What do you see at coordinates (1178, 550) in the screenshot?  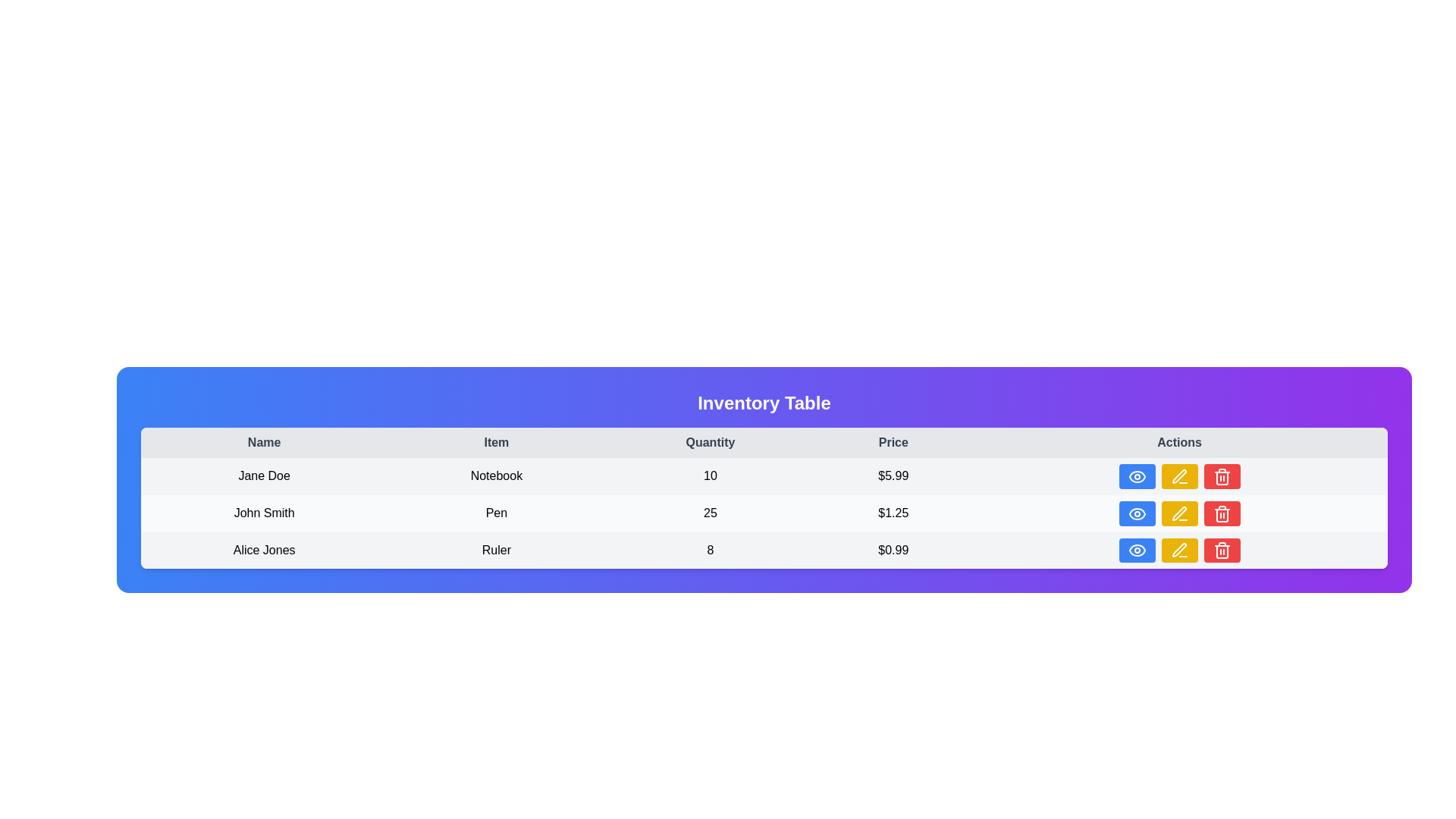 I see `the yellow pencil icon` at bounding box center [1178, 550].